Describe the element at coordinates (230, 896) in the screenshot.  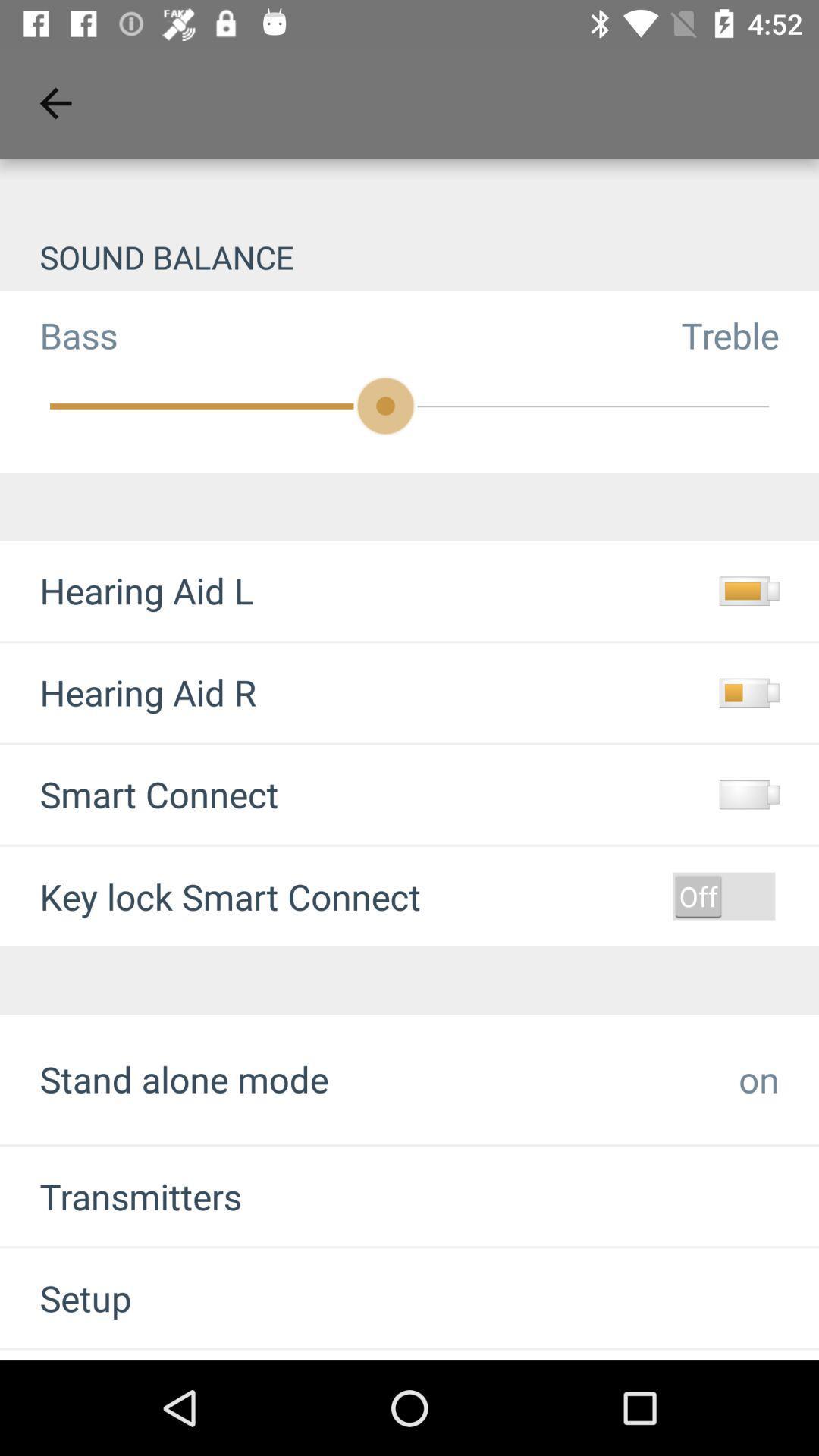
I see `key lock smart item` at that location.